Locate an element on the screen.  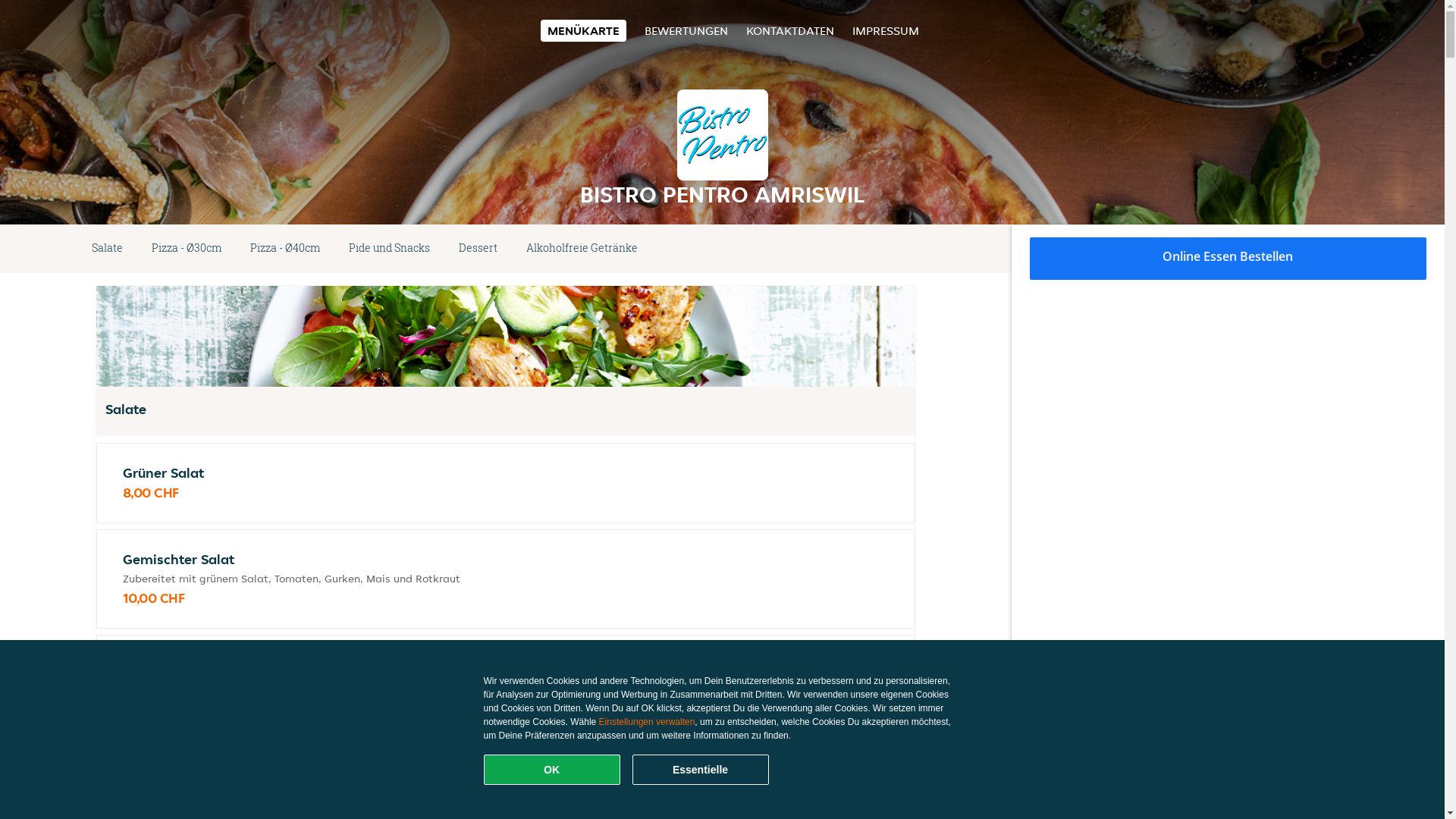
'Pide und Snacks' is located at coordinates (389, 247).